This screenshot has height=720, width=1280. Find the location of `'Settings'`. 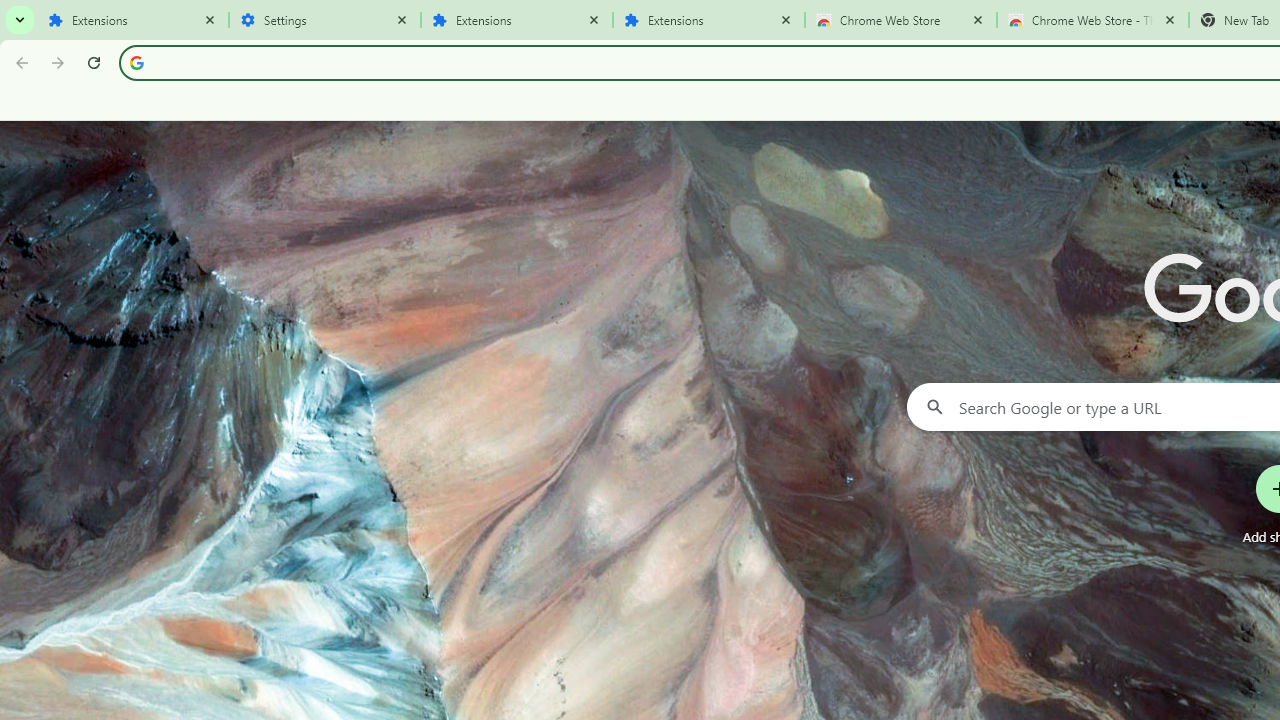

'Settings' is located at coordinates (325, 20).